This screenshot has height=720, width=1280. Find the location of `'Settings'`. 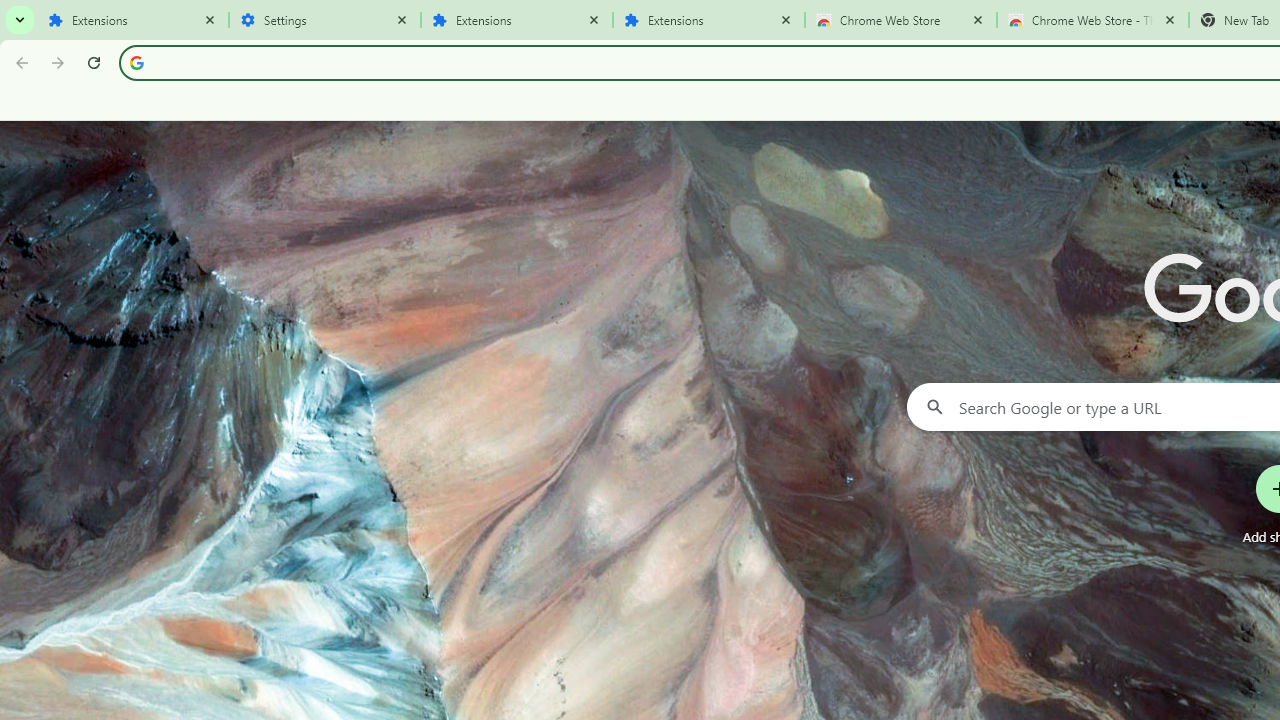

'Settings' is located at coordinates (325, 20).